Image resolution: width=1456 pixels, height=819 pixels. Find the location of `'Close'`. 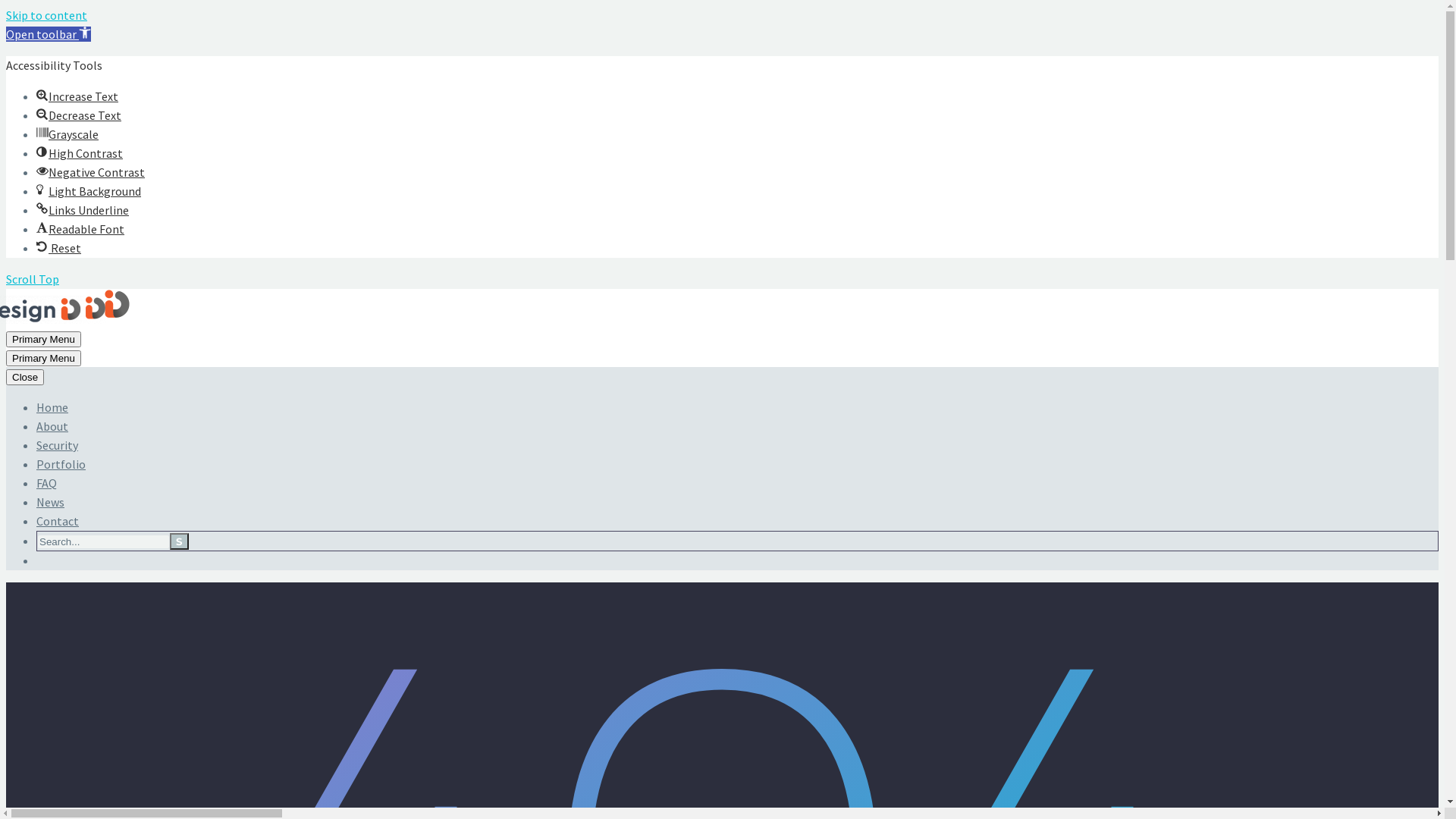

'Close' is located at coordinates (6, 376).